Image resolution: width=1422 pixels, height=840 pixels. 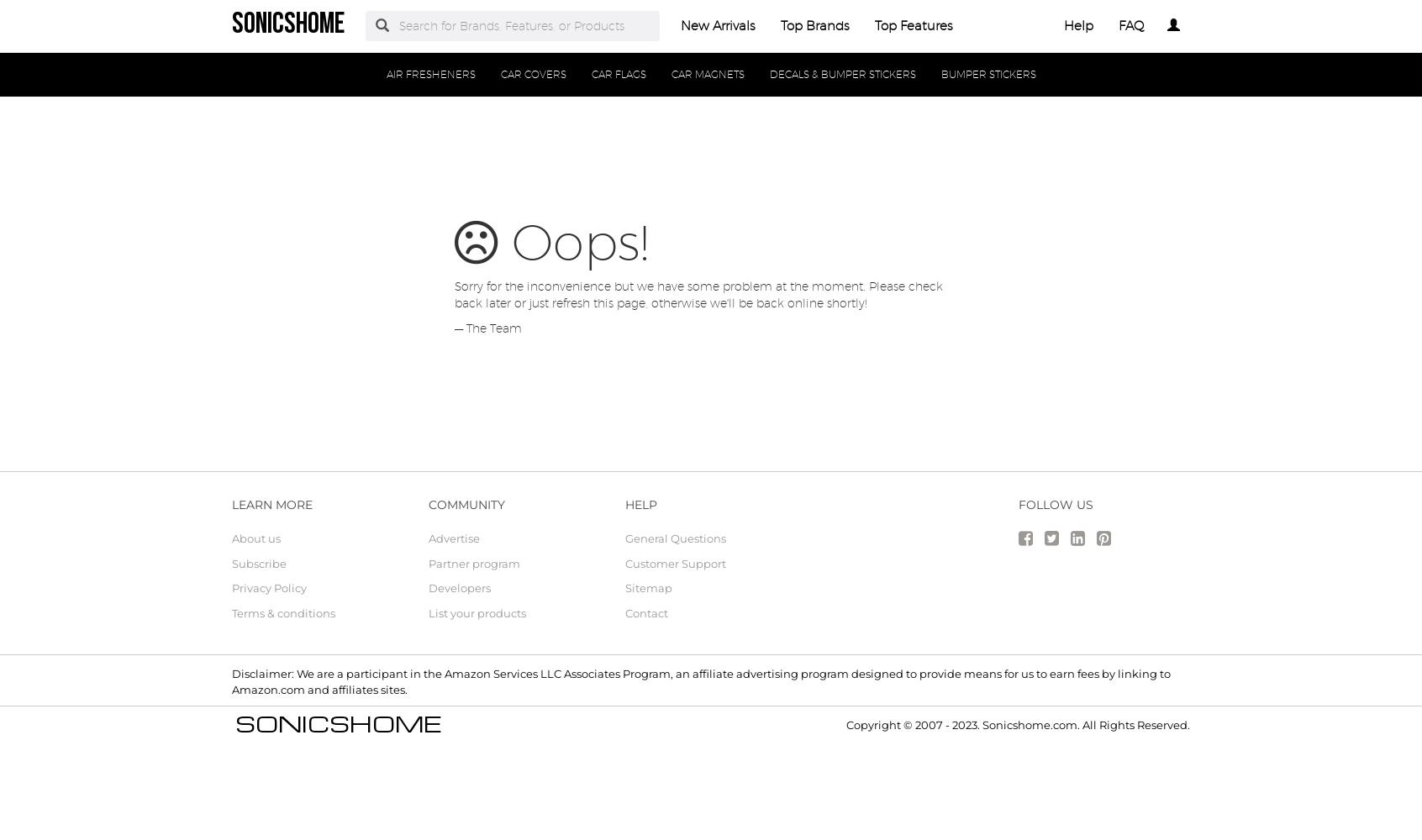 I want to click on 'Disclaimer: We are a participant in the Amazon Services LLC Associates Program, an affiliate advertising program designed to provide means for us to earn fees by linking to Amazon.com and affiliates sites.', so click(x=701, y=681).